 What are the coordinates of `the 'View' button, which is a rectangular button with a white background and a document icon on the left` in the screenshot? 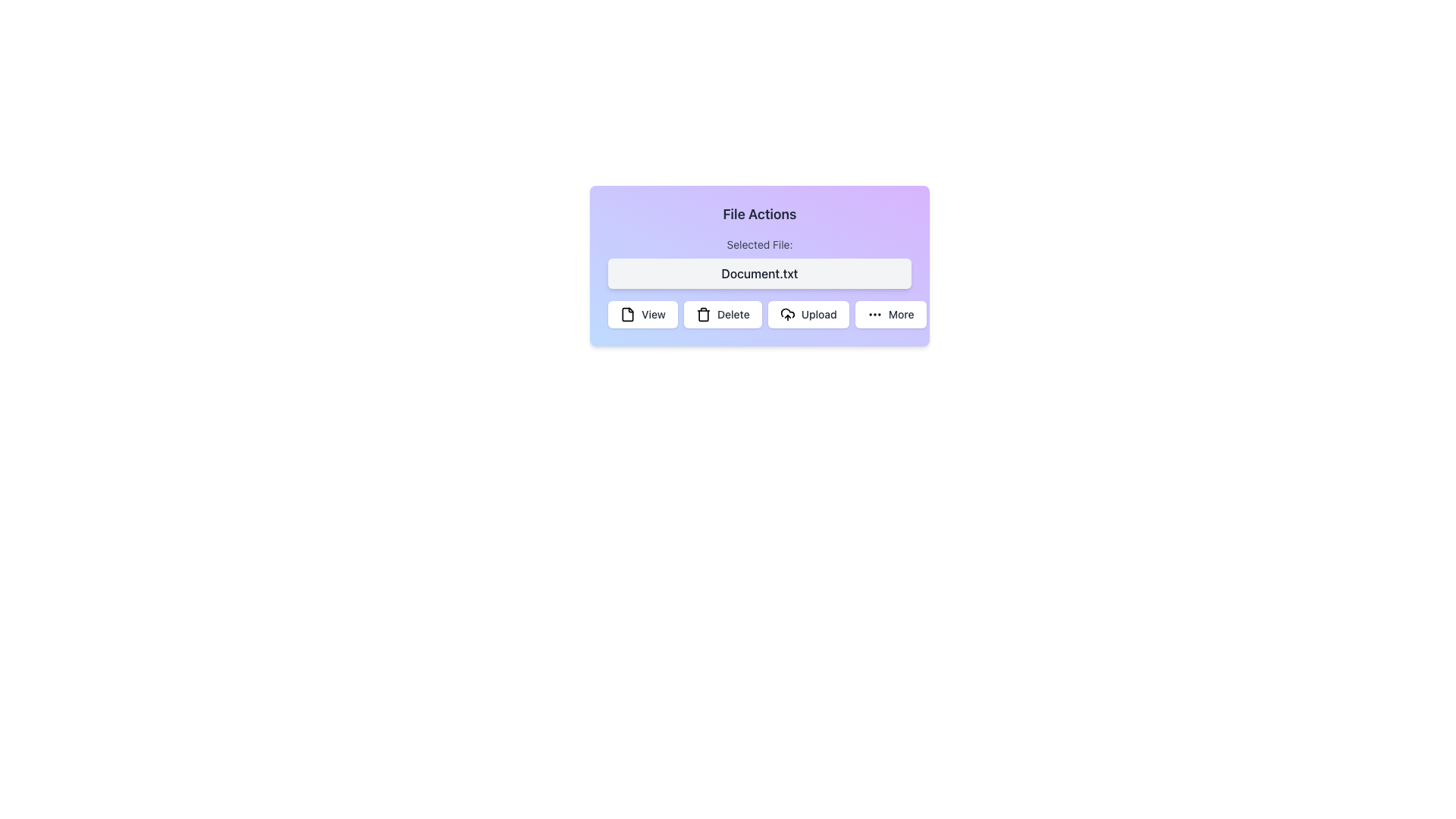 It's located at (643, 314).